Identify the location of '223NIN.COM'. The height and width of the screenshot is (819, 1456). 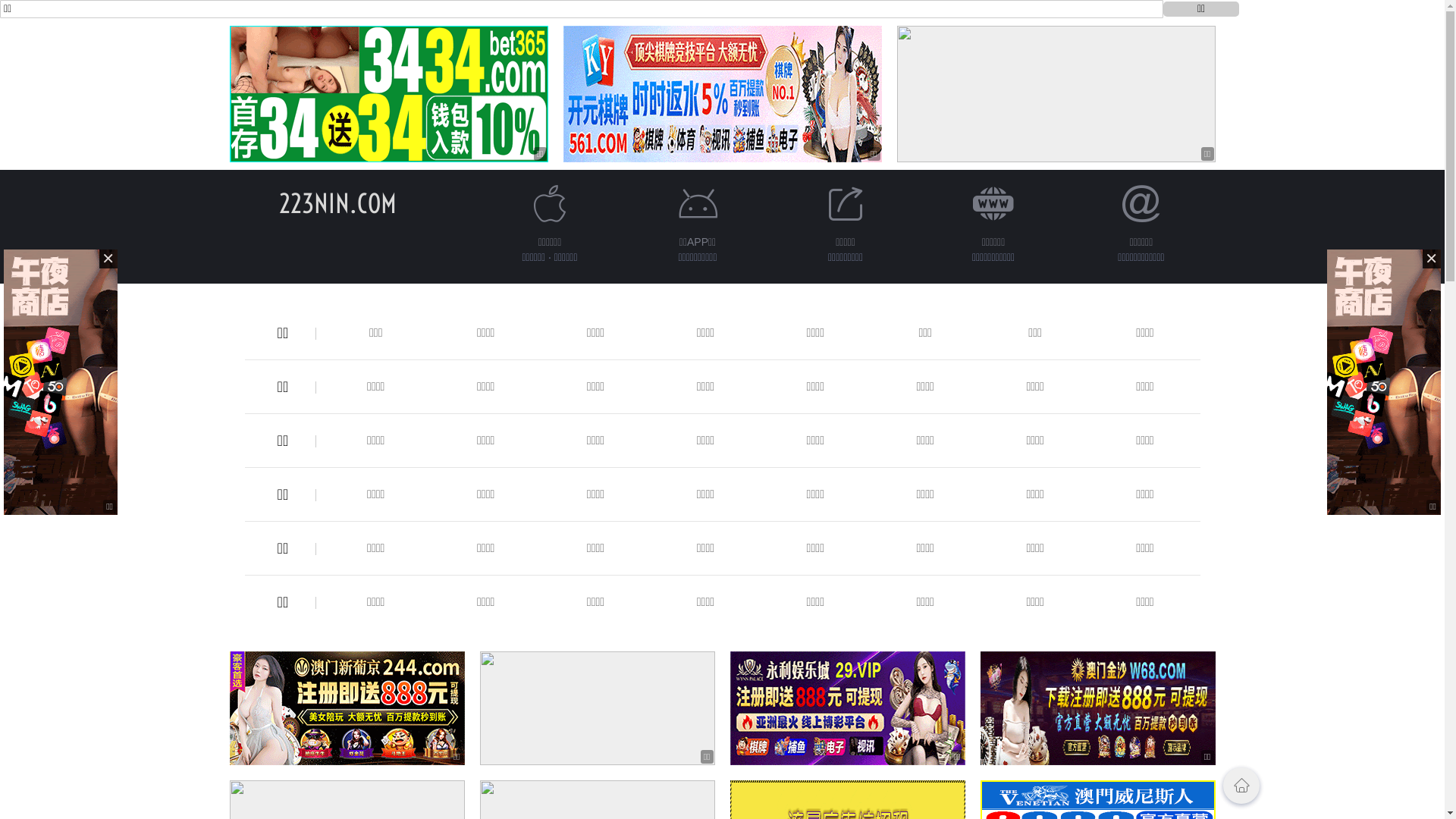
(337, 202).